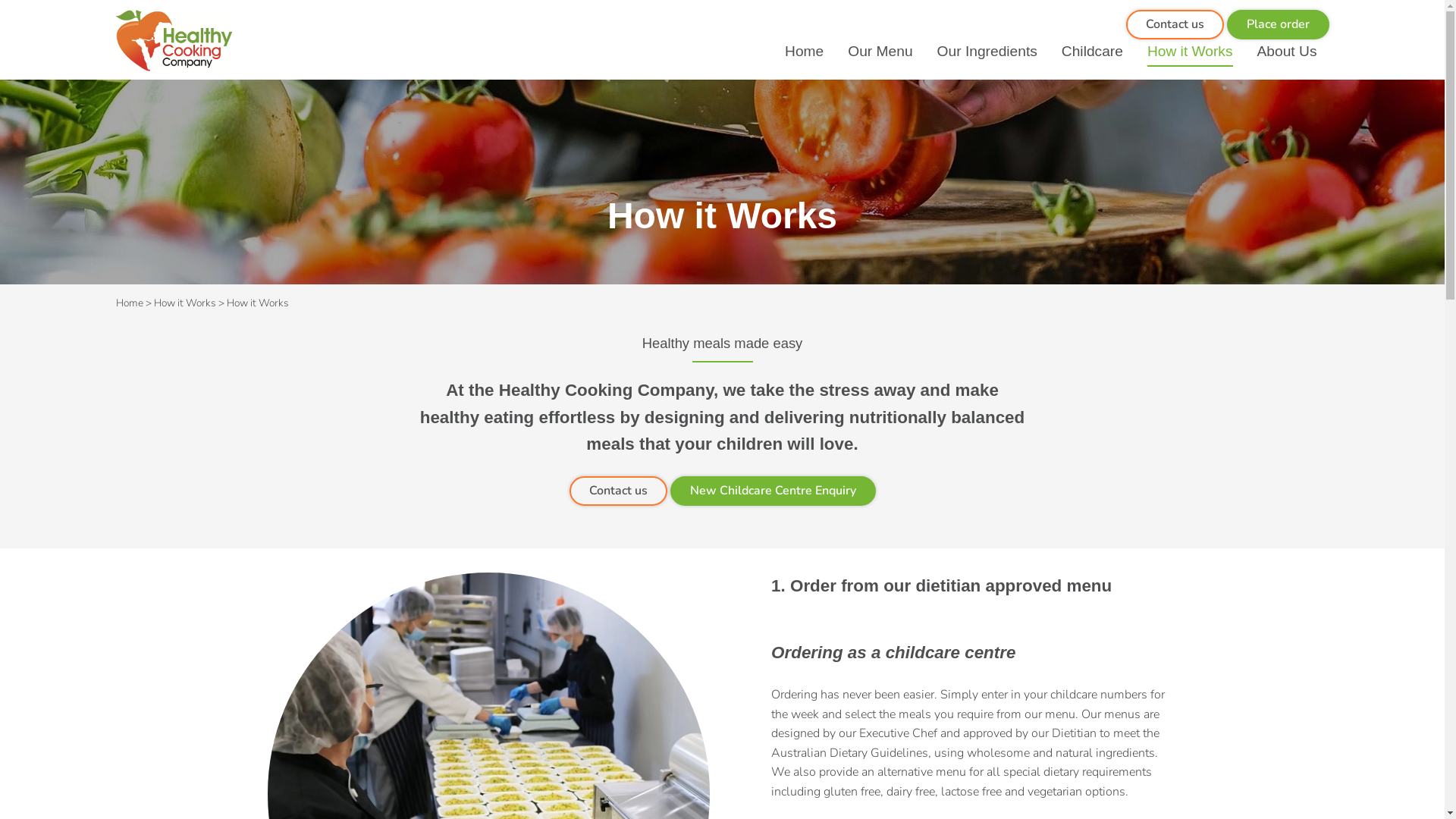 This screenshot has width=1456, height=819. What do you see at coordinates (803, 51) in the screenshot?
I see `'Home'` at bounding box center [803, 51].